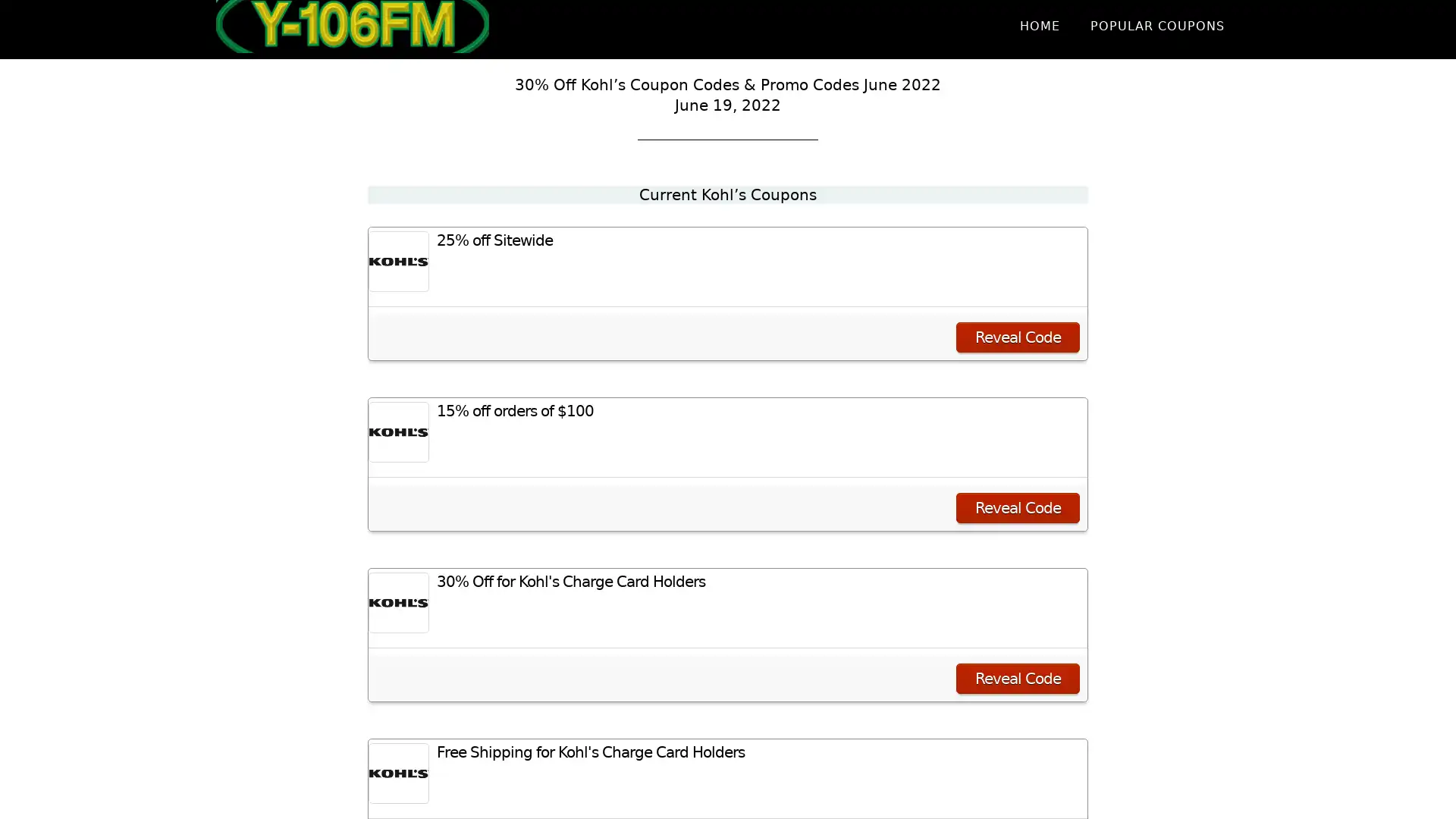 This screenshot has width=1456, height=819. Describe the element at coordinates (1018, 508) in the screenshot. I see `Reveal Code` at that location.